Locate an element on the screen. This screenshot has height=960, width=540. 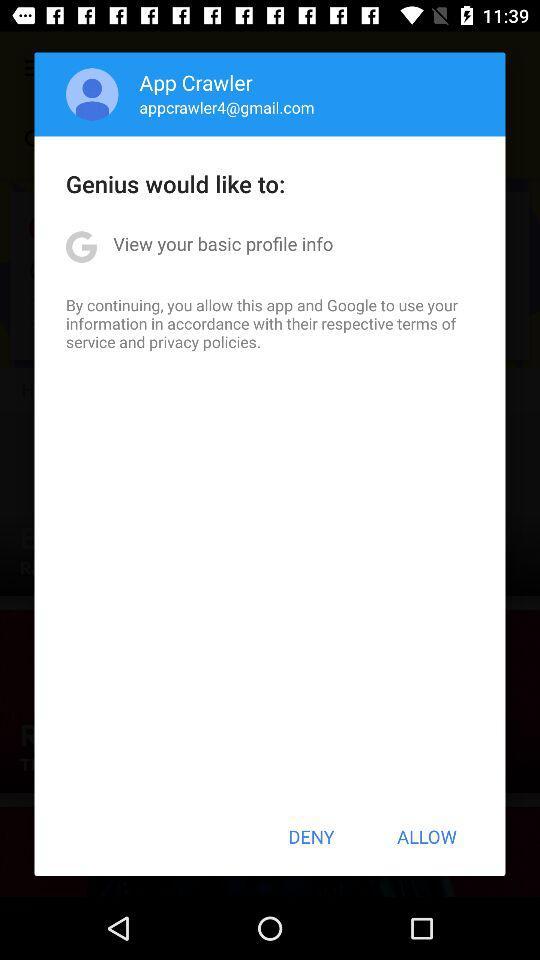
the appcrawler4@gmail.com icon is located at coordinates (226, 107).